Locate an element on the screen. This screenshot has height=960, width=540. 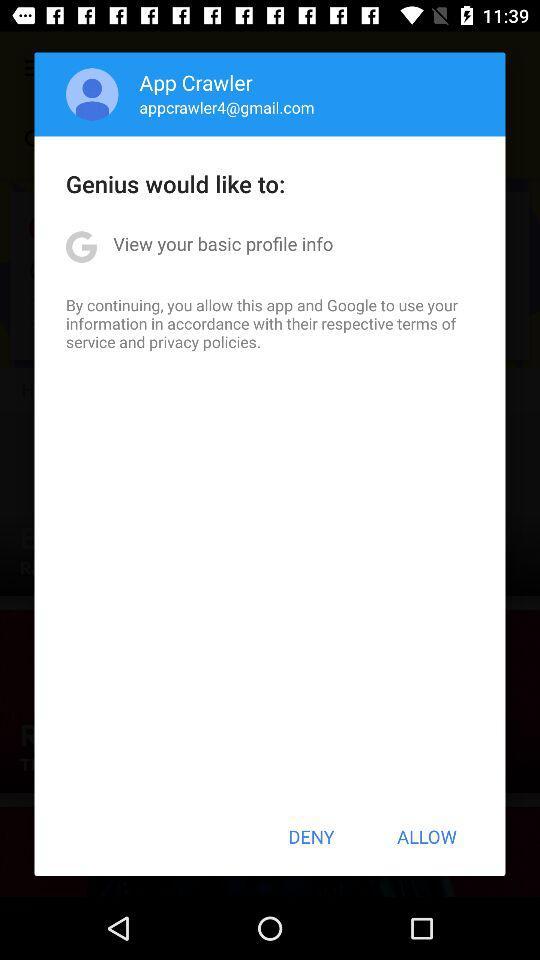
the appcrawler4@gmail.com icon is located at coordinates (226, 107).